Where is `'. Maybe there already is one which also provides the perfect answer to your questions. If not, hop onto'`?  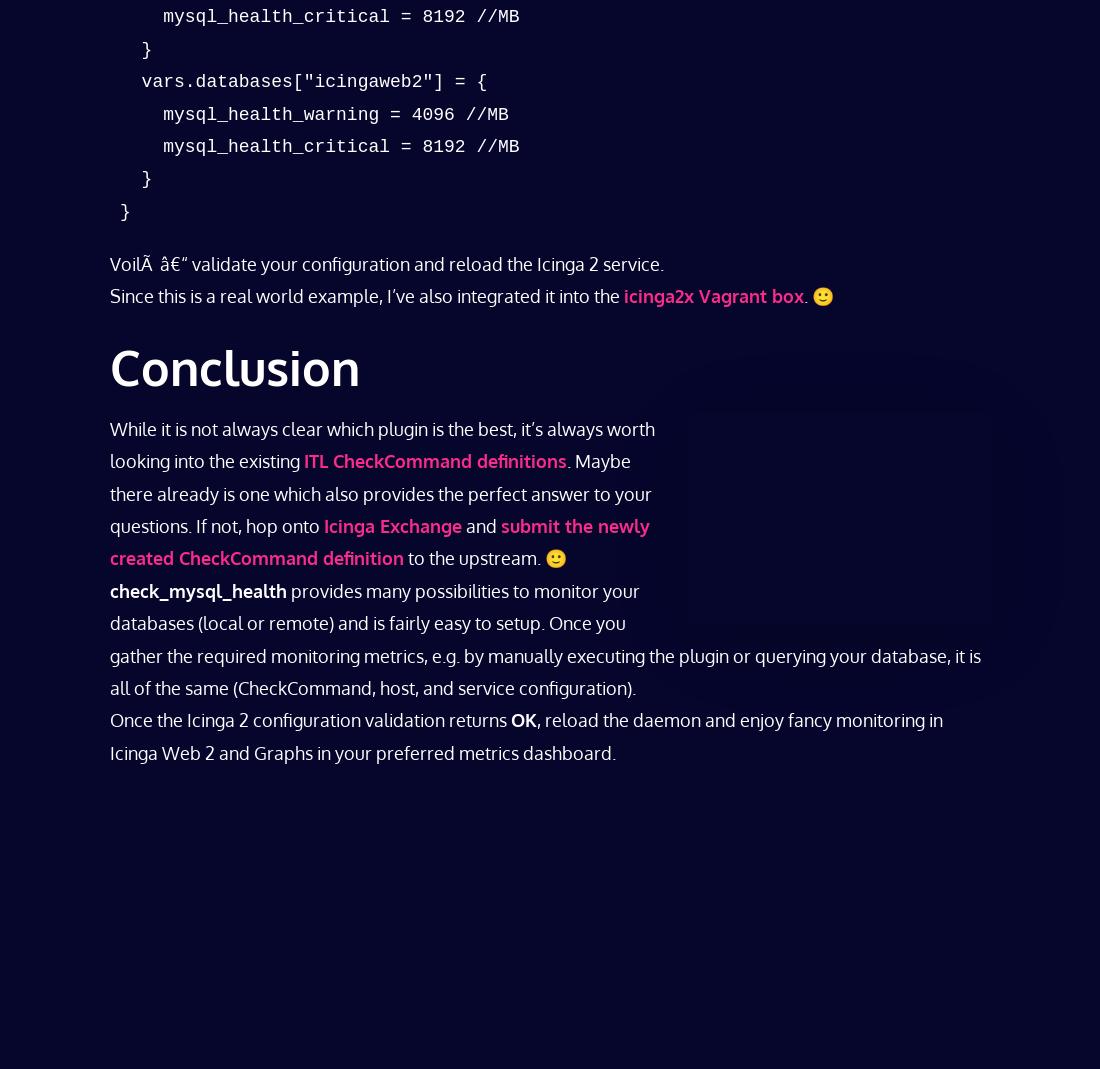 '. Maybe there already is one which also provides the perfect answer to your questions. If not, hop onto' is located at coordinates (381, 492).